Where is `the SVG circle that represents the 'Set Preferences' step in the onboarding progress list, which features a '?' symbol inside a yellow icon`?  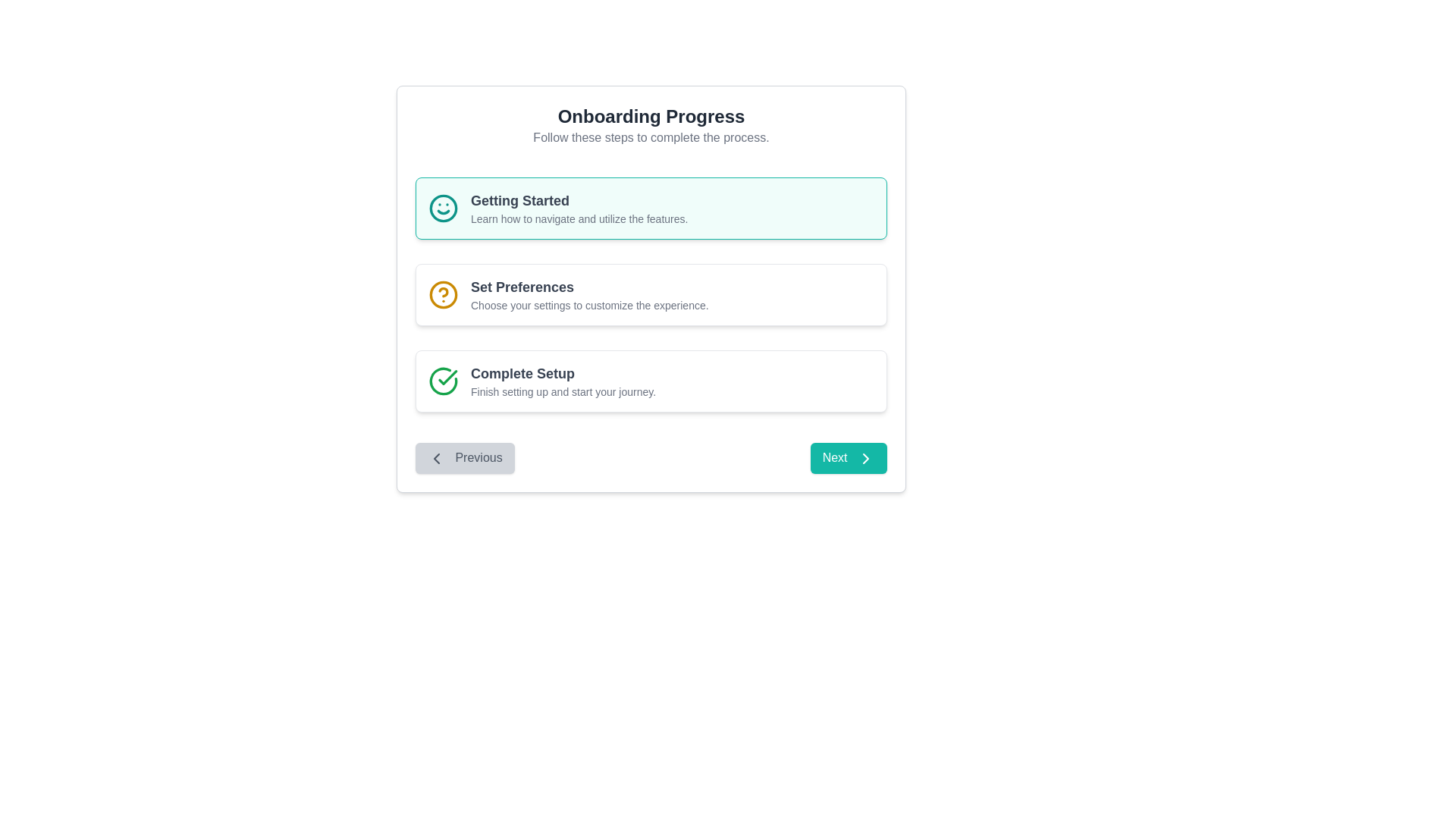 the SVG circle that represents the 'Set Preferences' step in the onboarding progress list, which features a '?' symbol inside a yellow icon is located at coordinates (443, 295).